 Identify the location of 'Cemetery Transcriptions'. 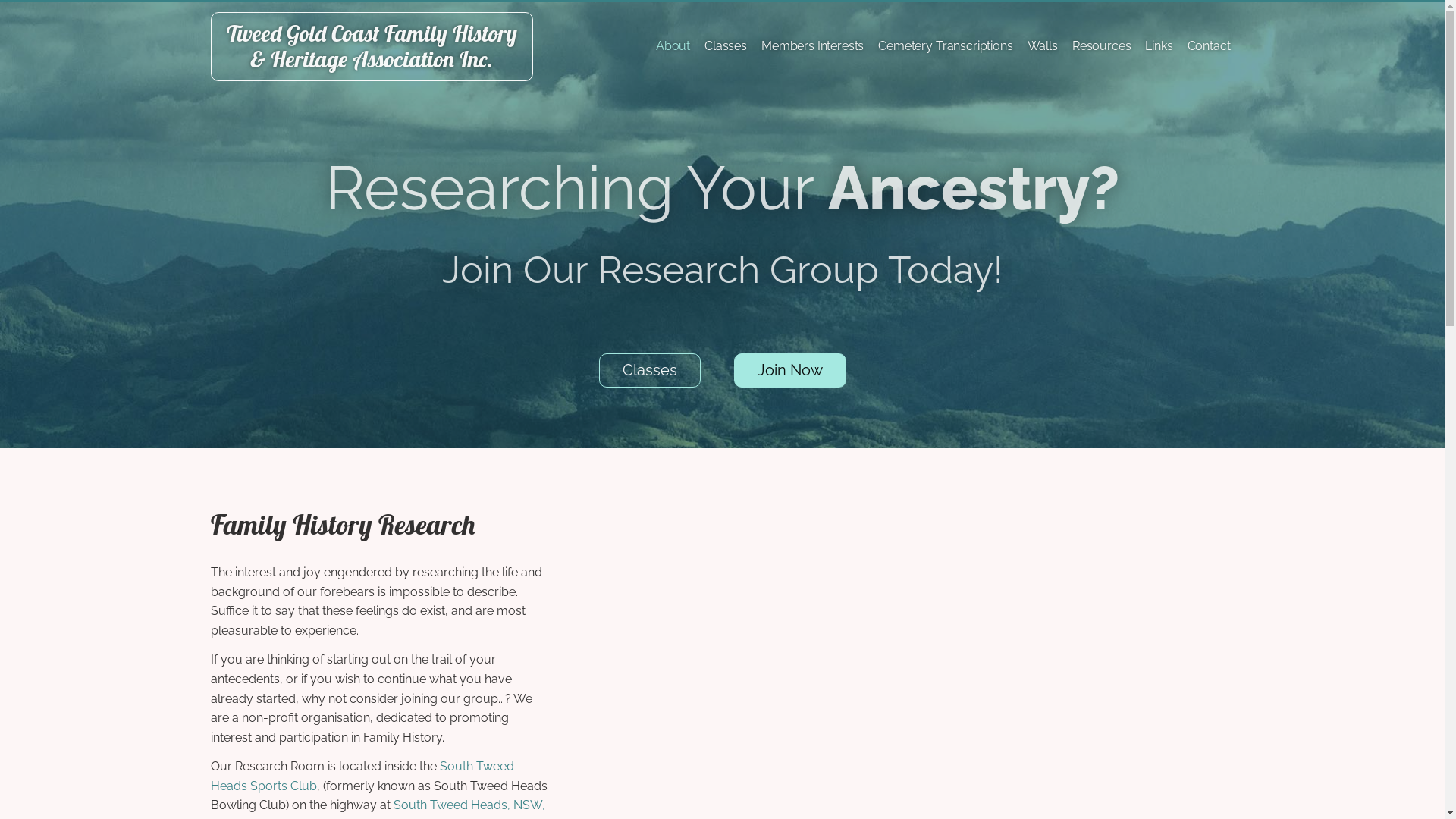
(874, 45).